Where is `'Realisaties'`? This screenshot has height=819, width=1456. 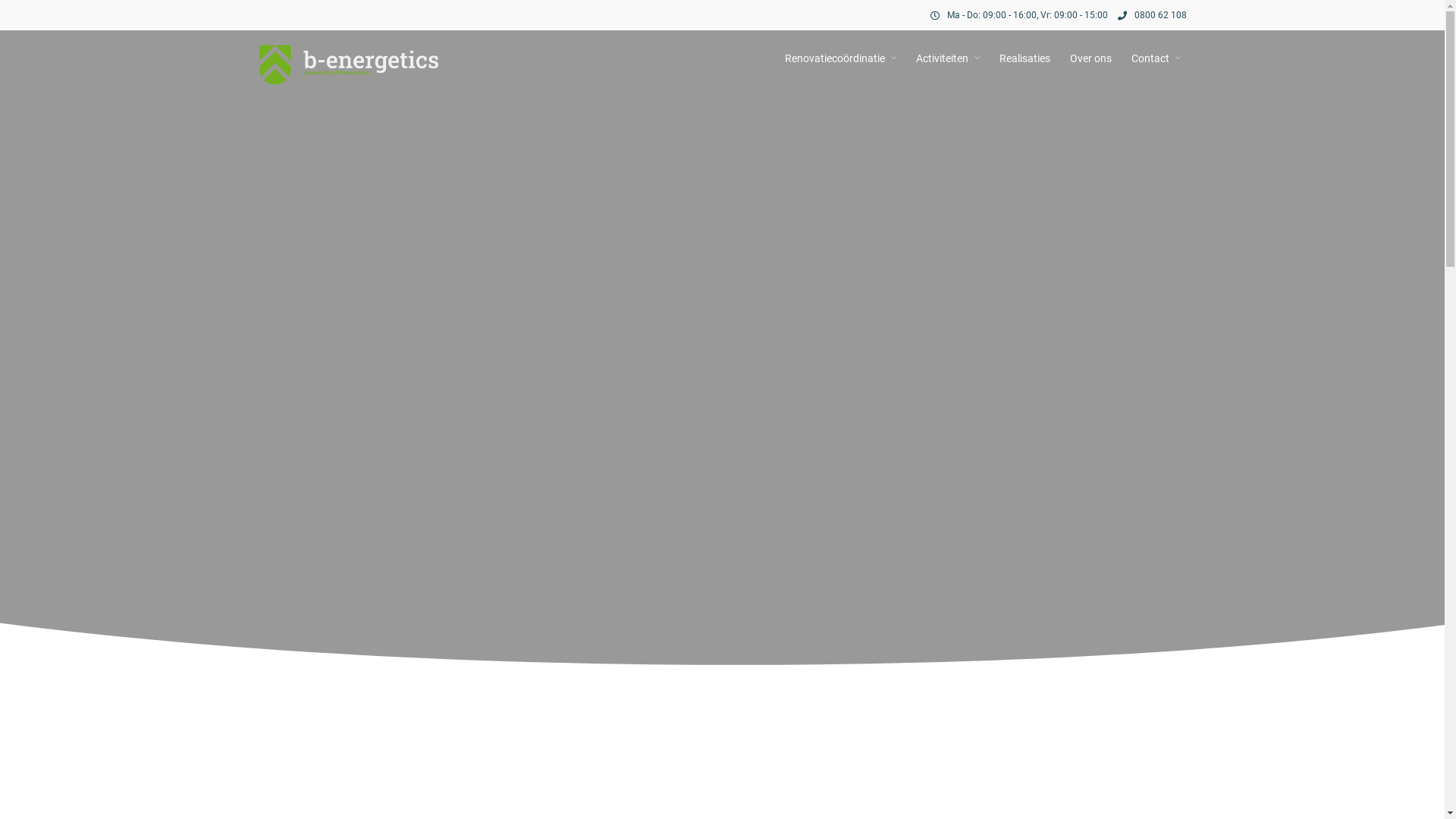 'Realisaties' is located at coordinates (1025, 58).